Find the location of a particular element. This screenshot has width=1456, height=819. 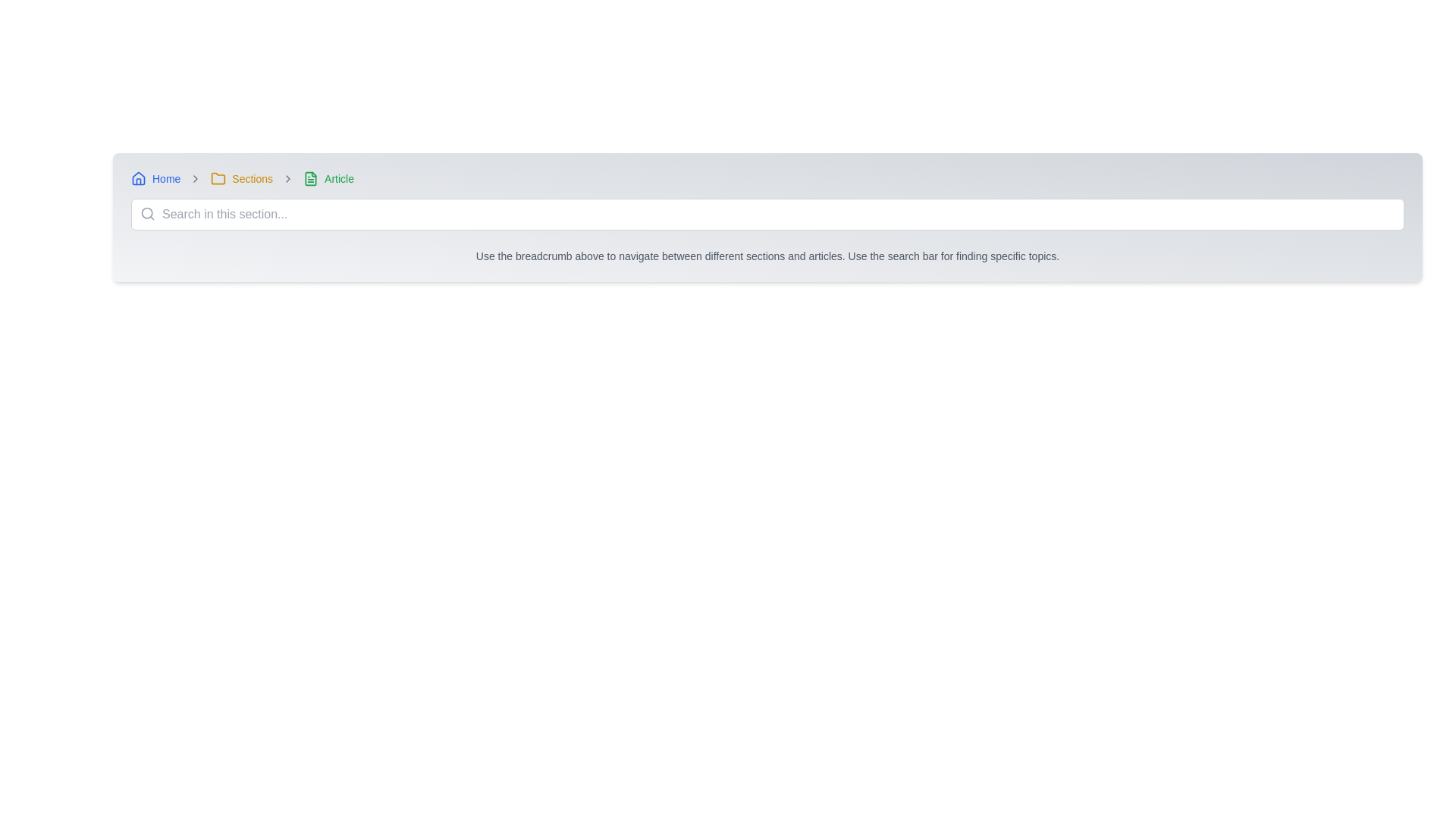

the green file icon located in the breadcrumb navigation bar, positioned to the left of the 'Article' text label is located at coordinates (310, 177).